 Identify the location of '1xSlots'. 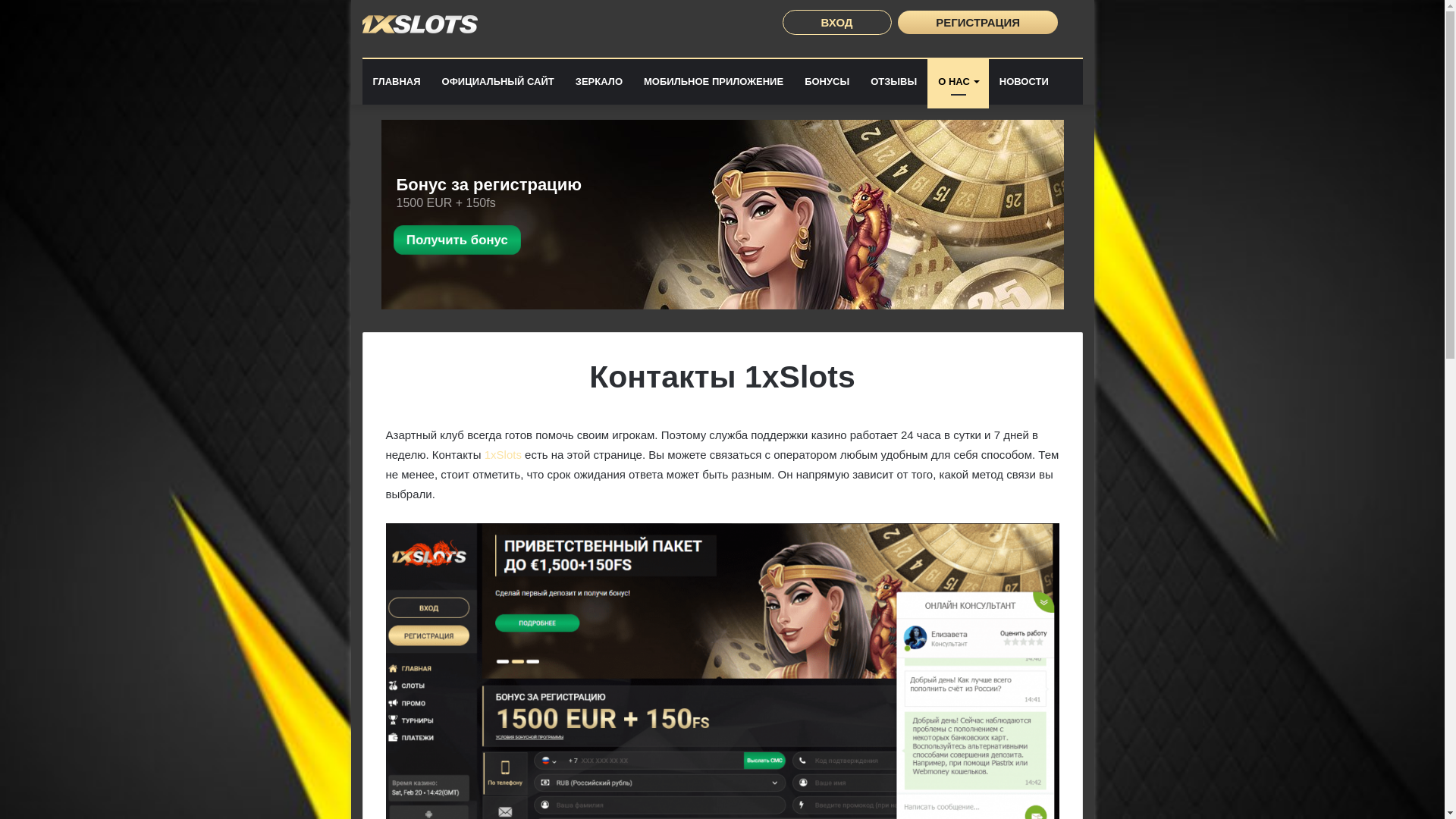
(419, 24).